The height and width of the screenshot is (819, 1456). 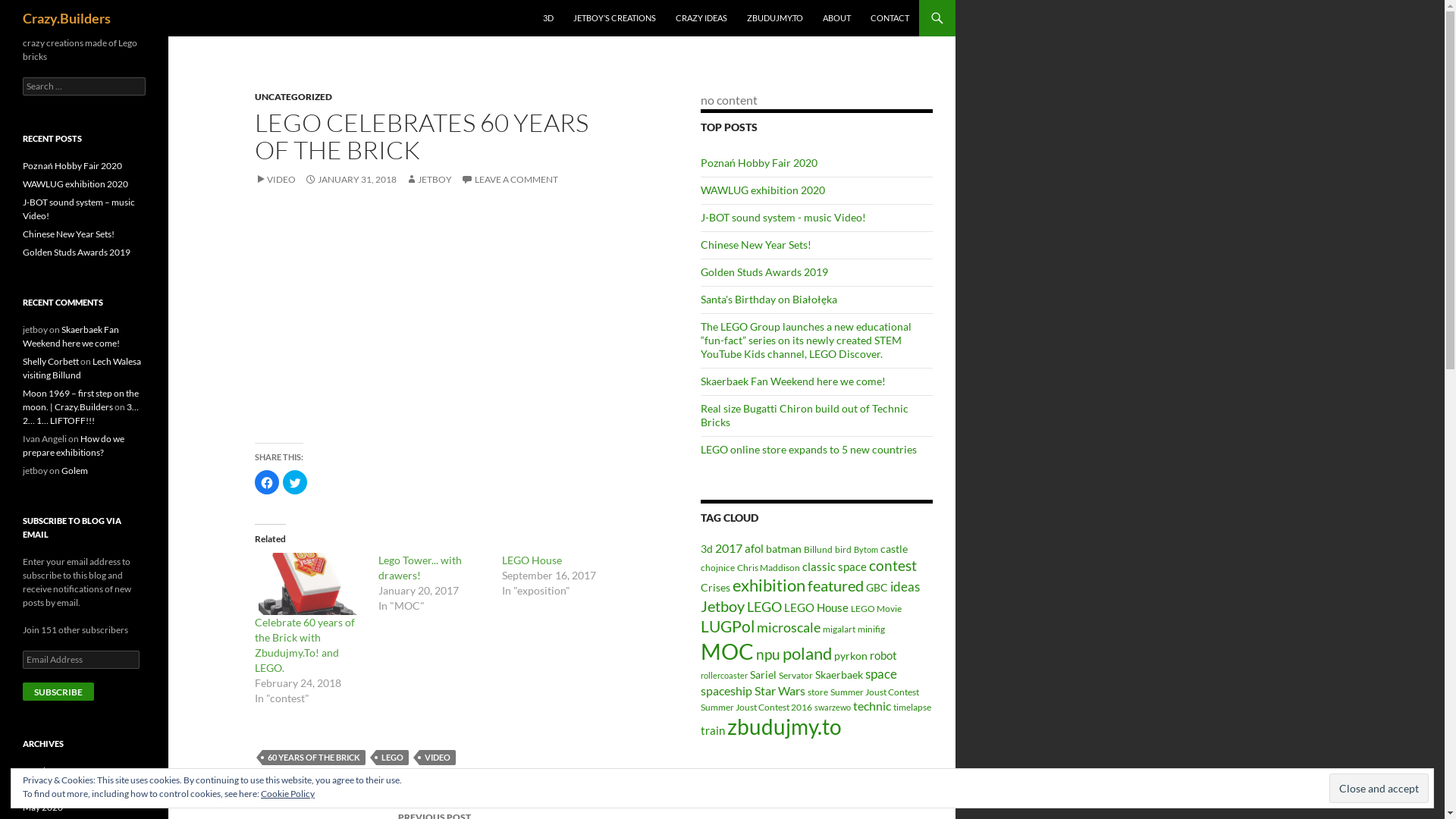 What do you see at coordinates (1379, 787) in the screenshot?
I see `'Close and accept'` at bounding box center [1379, 787].